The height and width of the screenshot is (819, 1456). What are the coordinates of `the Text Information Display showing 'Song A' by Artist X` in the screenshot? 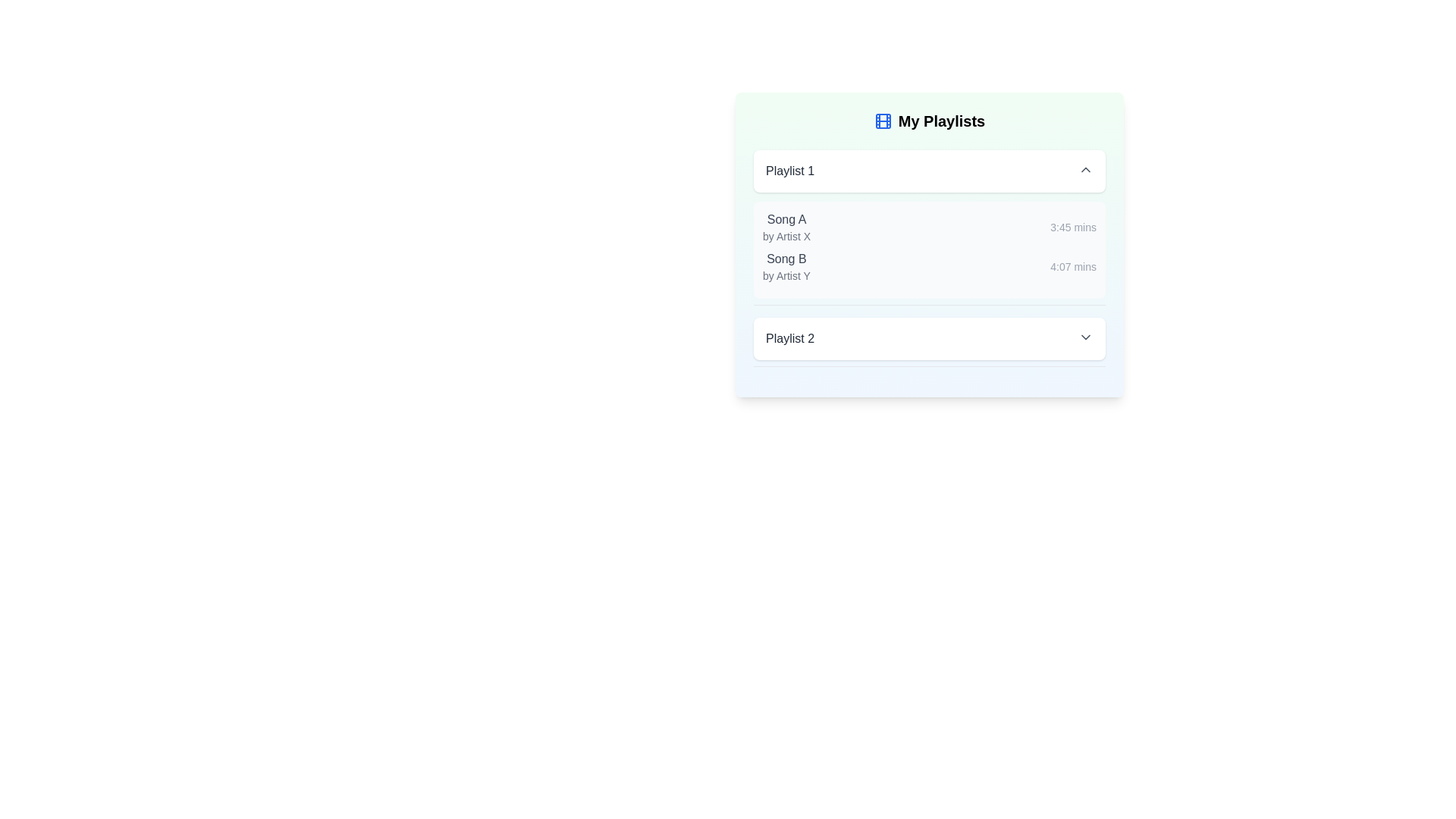 It's located at (786, 227).